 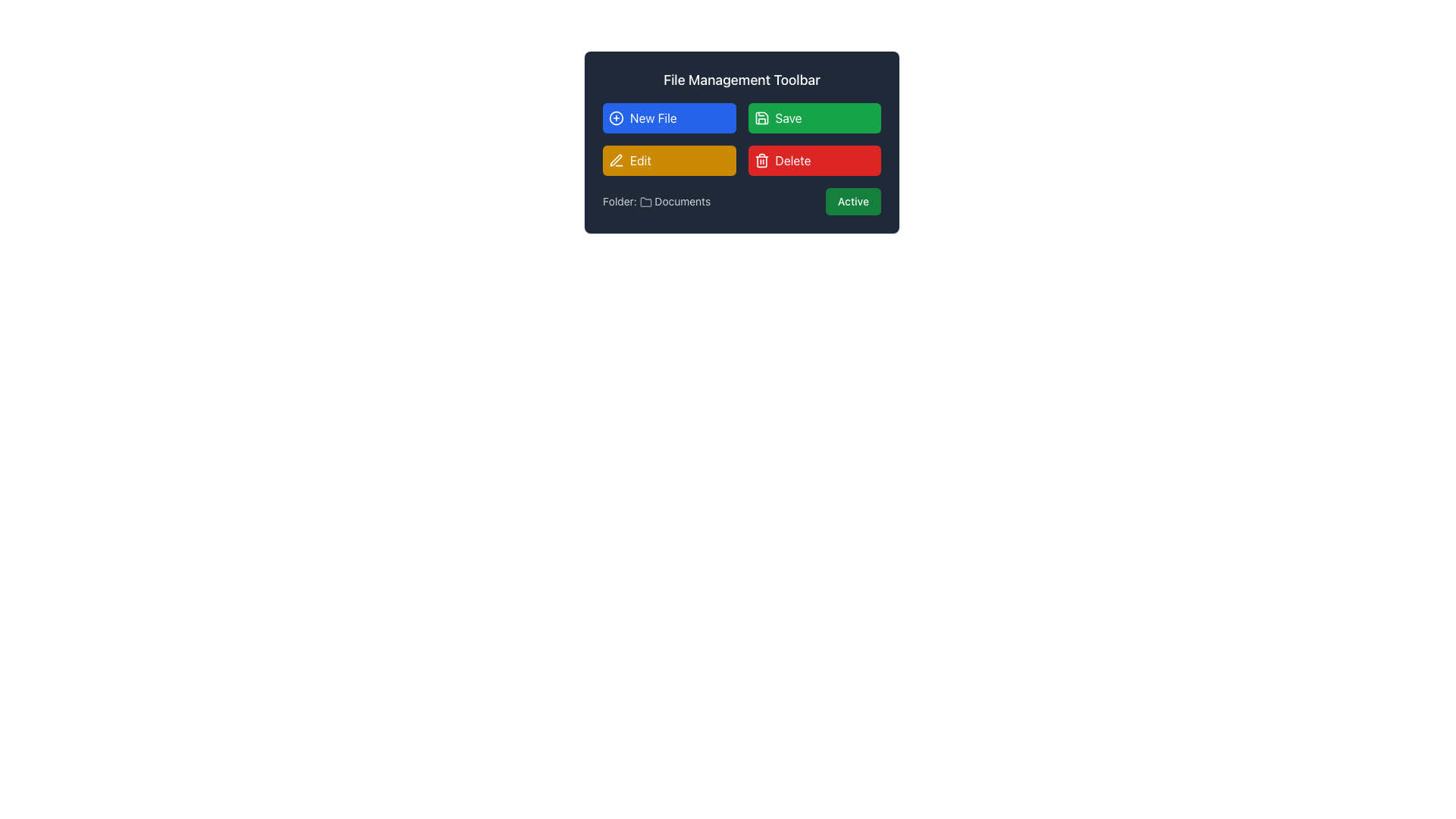 What do you see at coordinates (761, 117) in the screenshot?
I see `the save icon, which is a small white vector graphic styled icon on the left side of the 'Save' button with a green background and white text` at bounding box center [761, 117].